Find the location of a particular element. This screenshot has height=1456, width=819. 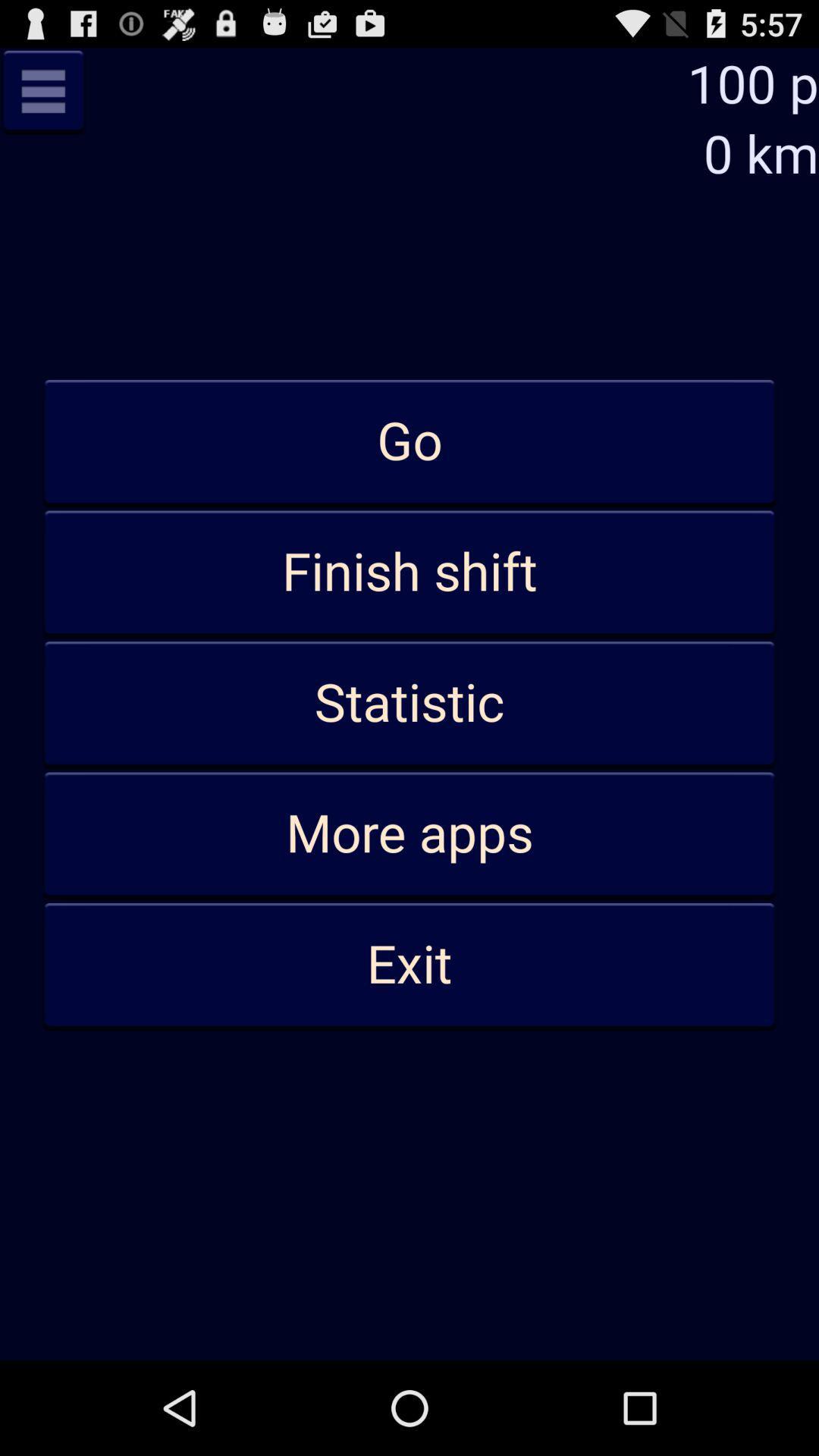

item above exit is located at coordinates (409, 833).